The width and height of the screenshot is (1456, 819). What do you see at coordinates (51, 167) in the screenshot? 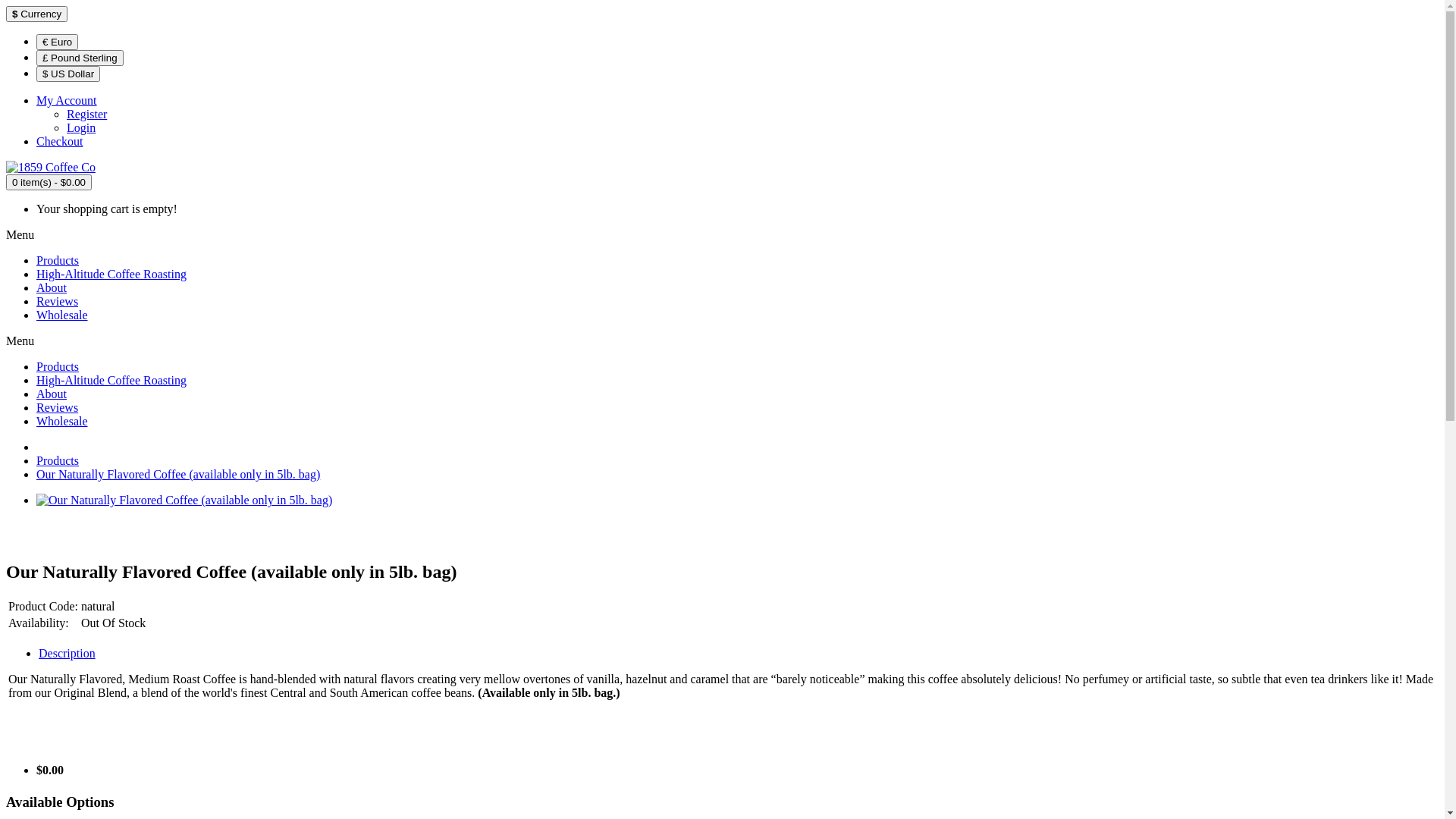
I see `'1859 Coffee Co'` at bounding box center [51, 167].